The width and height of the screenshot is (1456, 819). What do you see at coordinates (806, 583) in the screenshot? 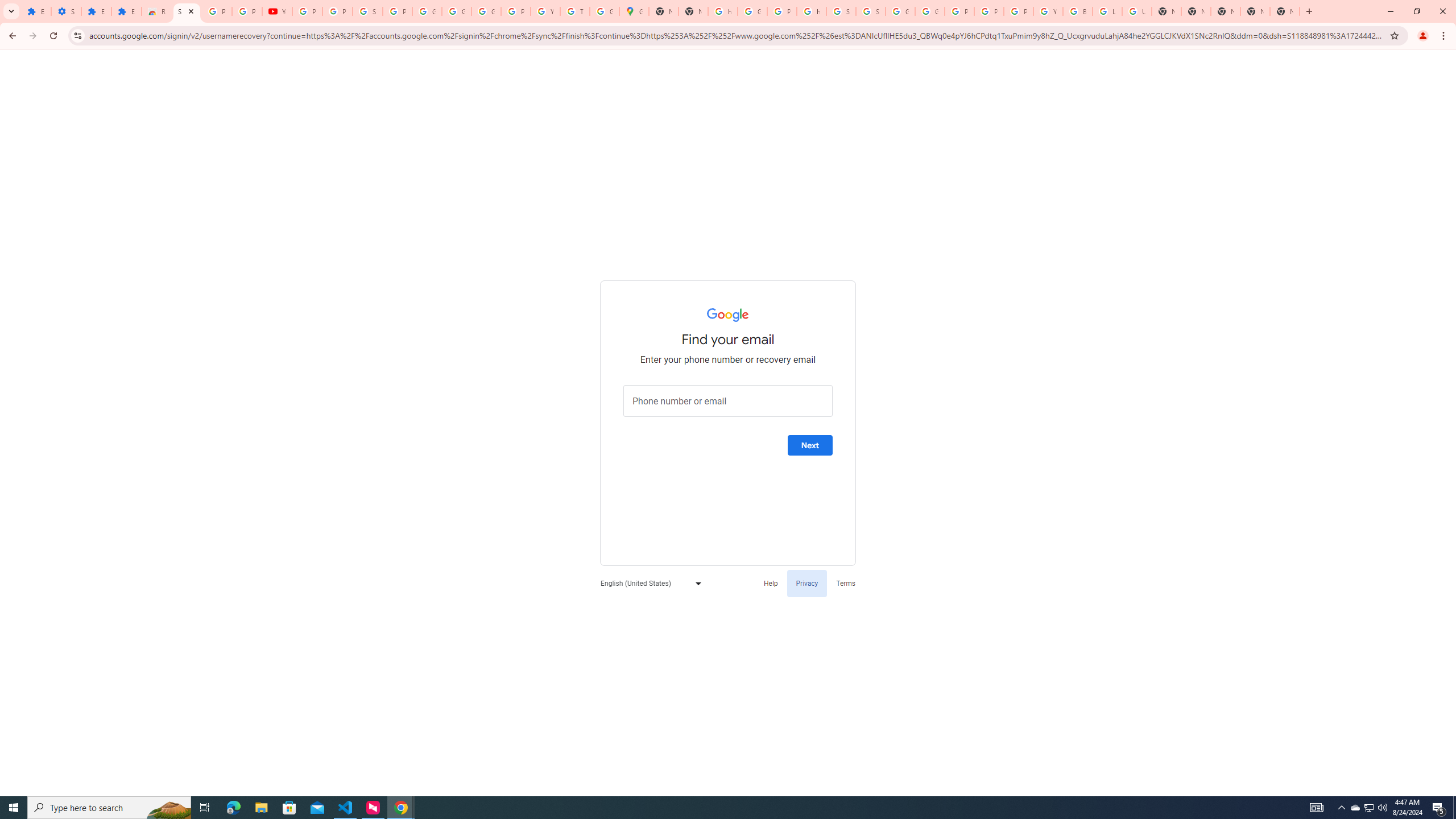
I see `'Privacy'` at bounding box center [806, 583].